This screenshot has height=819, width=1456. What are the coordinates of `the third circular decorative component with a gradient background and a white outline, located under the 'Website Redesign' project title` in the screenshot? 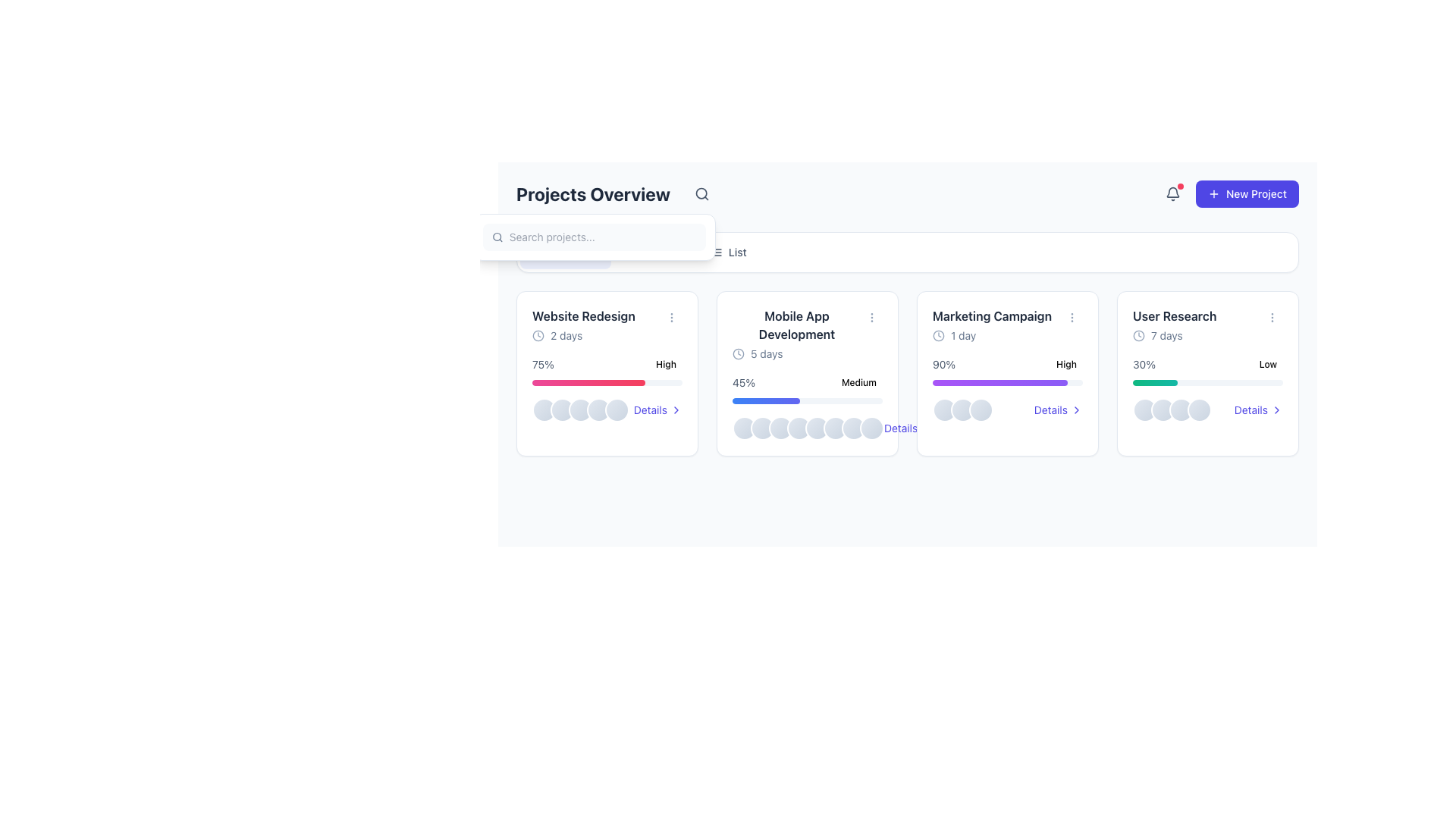 It's located at (580, 409).